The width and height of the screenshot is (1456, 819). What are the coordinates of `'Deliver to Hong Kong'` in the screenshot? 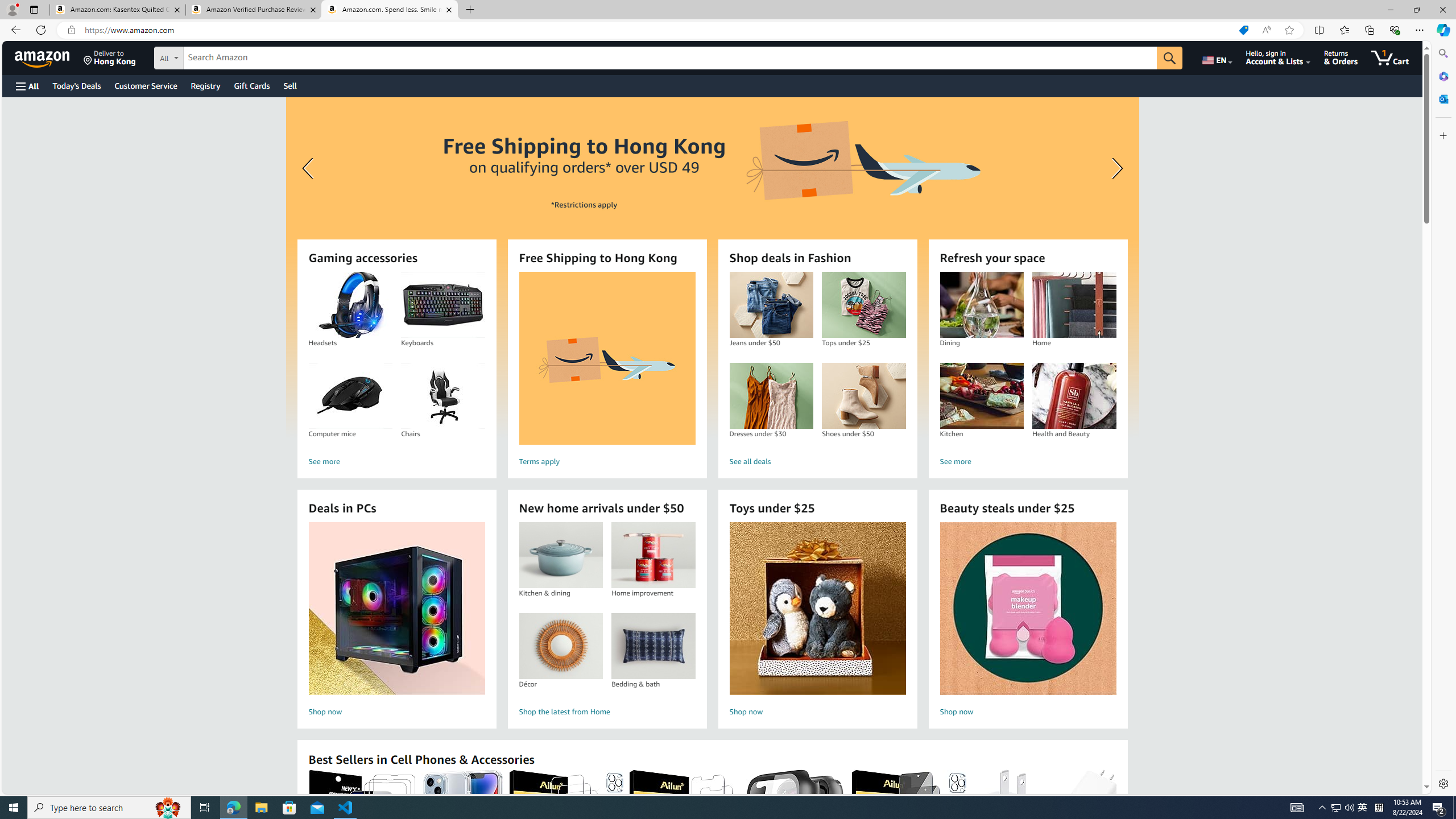 It's located at (109, 57).